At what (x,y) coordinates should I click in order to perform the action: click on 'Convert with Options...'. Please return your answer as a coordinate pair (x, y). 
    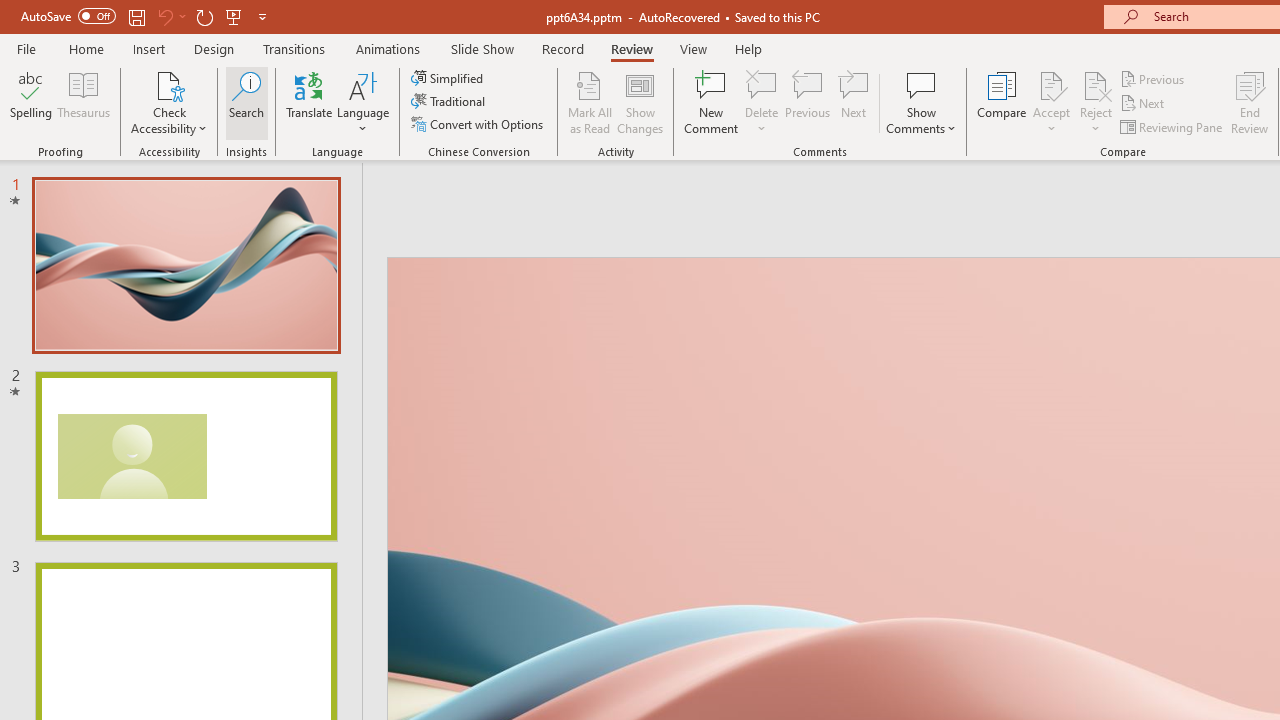
    Looking at the image, I should click on (478, 124).